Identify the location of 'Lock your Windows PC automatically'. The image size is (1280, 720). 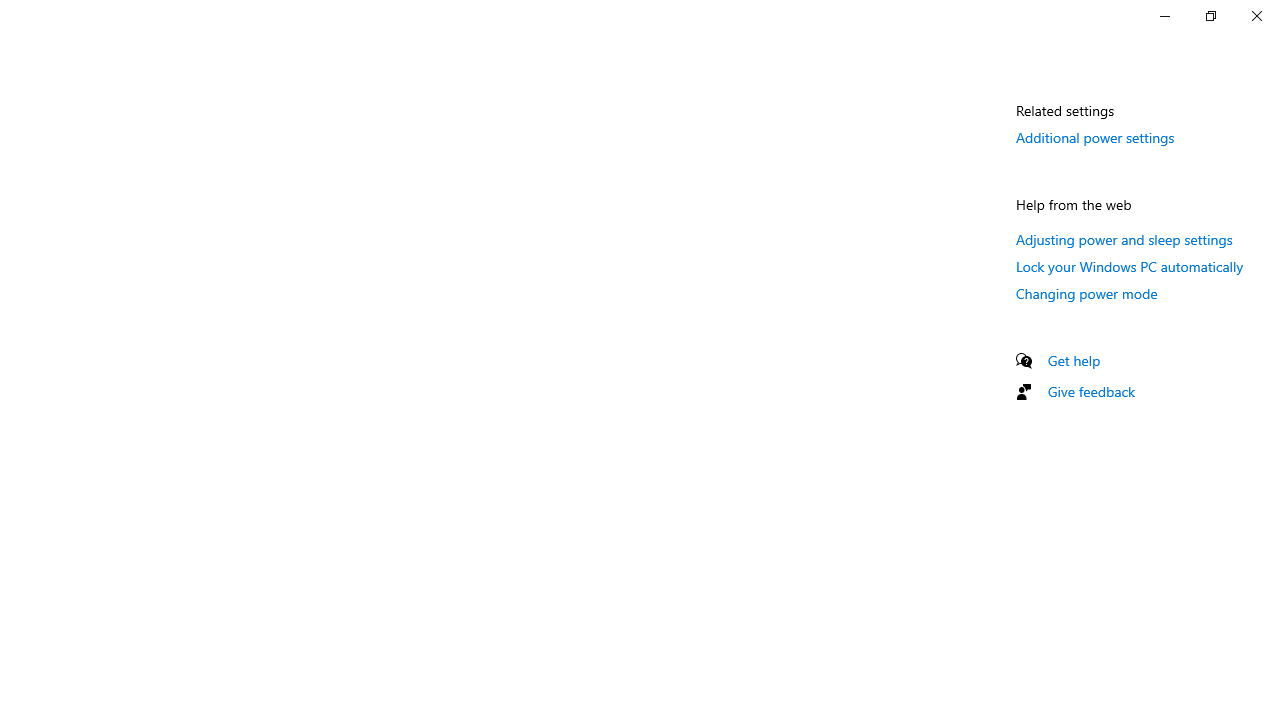
(1130, 265).